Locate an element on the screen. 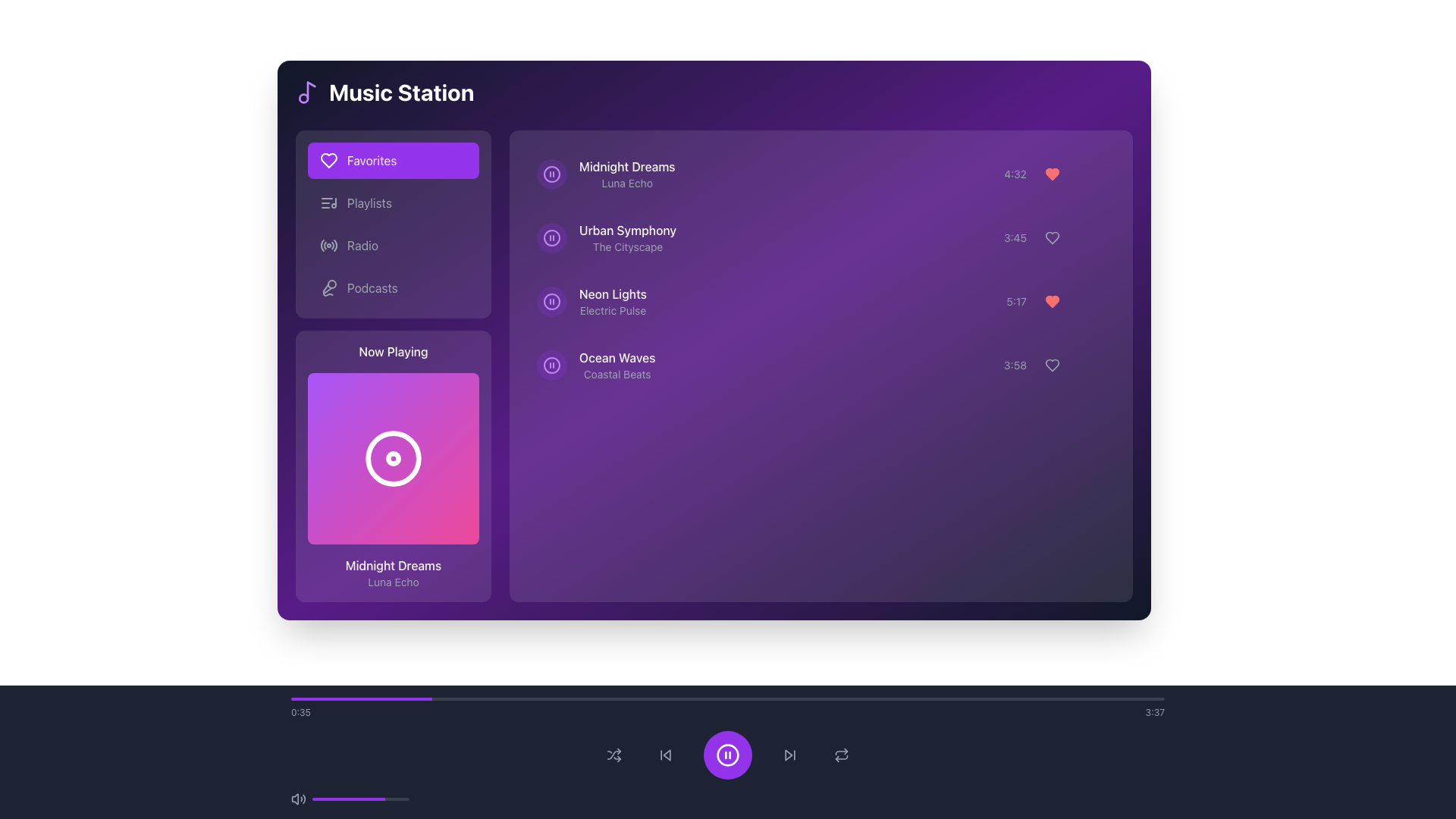 Image resolution: width=1456 pixels, height=819 pixels. the 'Ocean Waves' text block, which is the fourth item is located at coordinates (617, 366).